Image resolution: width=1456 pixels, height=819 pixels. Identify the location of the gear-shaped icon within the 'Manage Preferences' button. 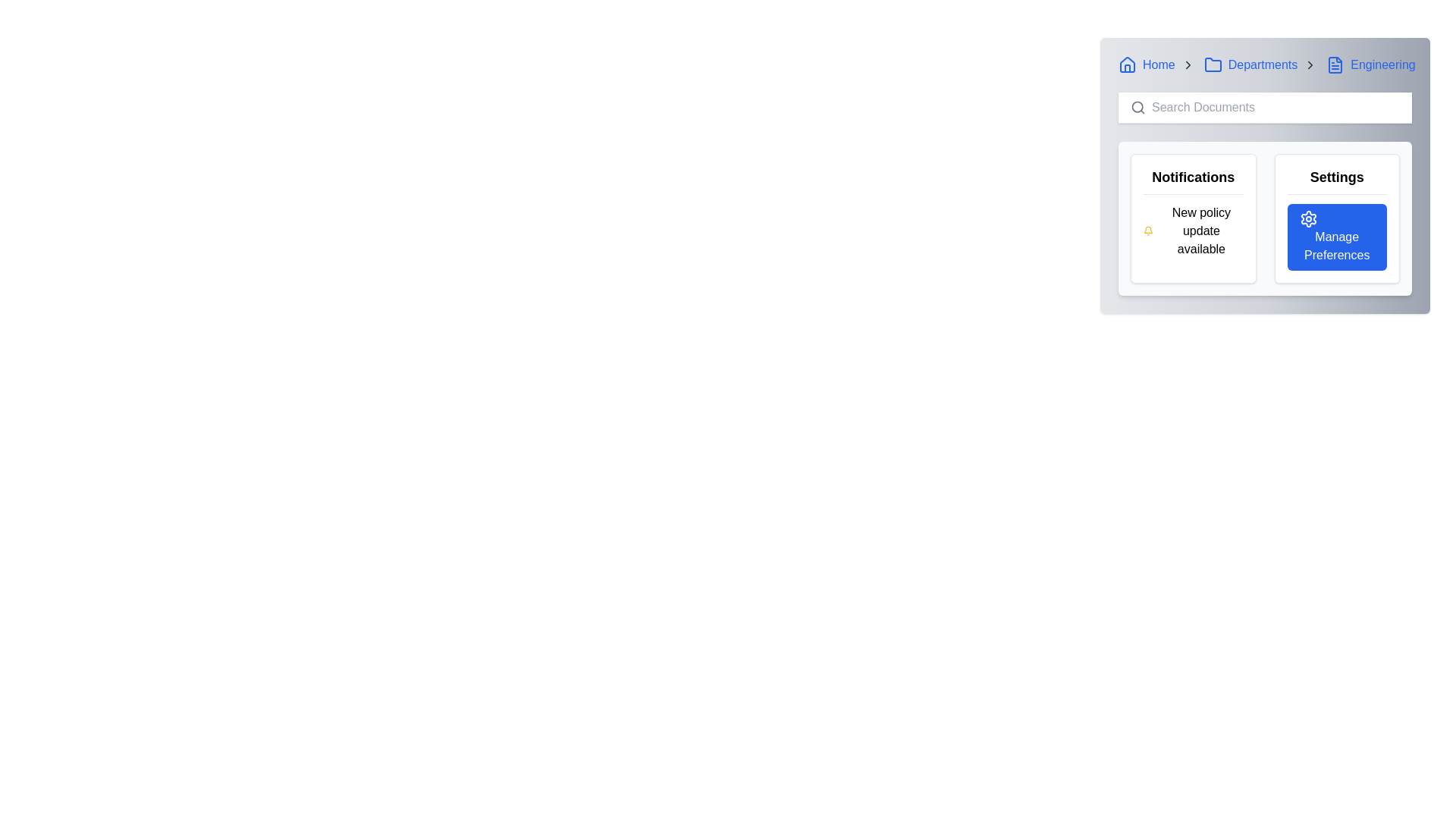
(1307, 219).